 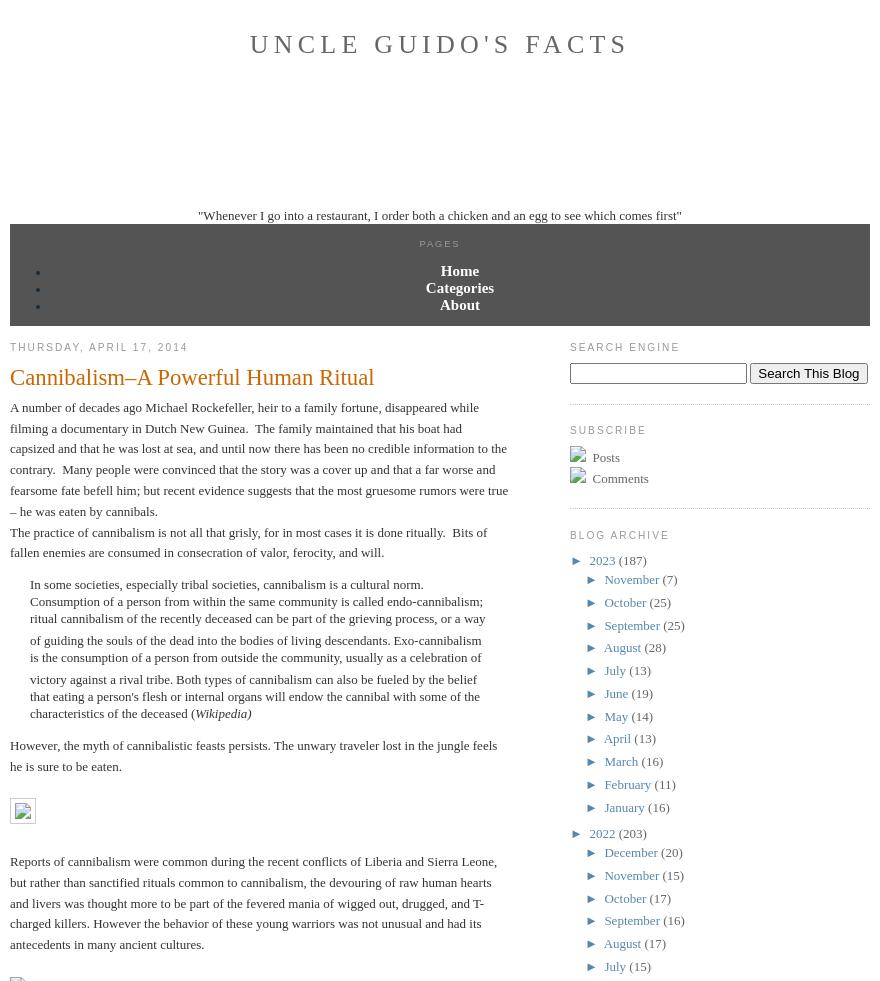 I want to click on 'December', so click(x=603, y=852).